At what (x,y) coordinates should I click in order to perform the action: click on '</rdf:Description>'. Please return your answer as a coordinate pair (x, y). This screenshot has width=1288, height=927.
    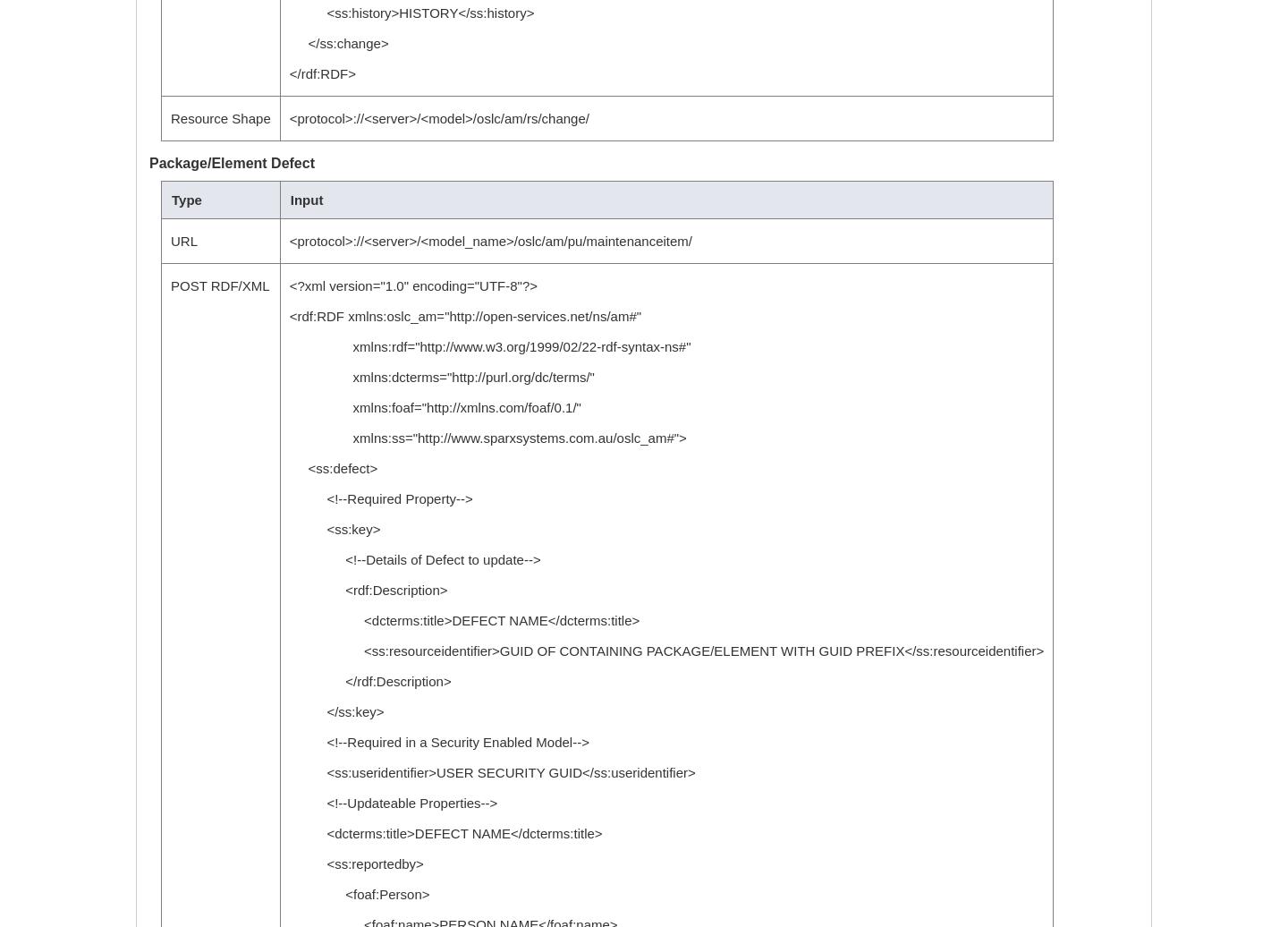
    Looking at the image, I should click on (369, 681).